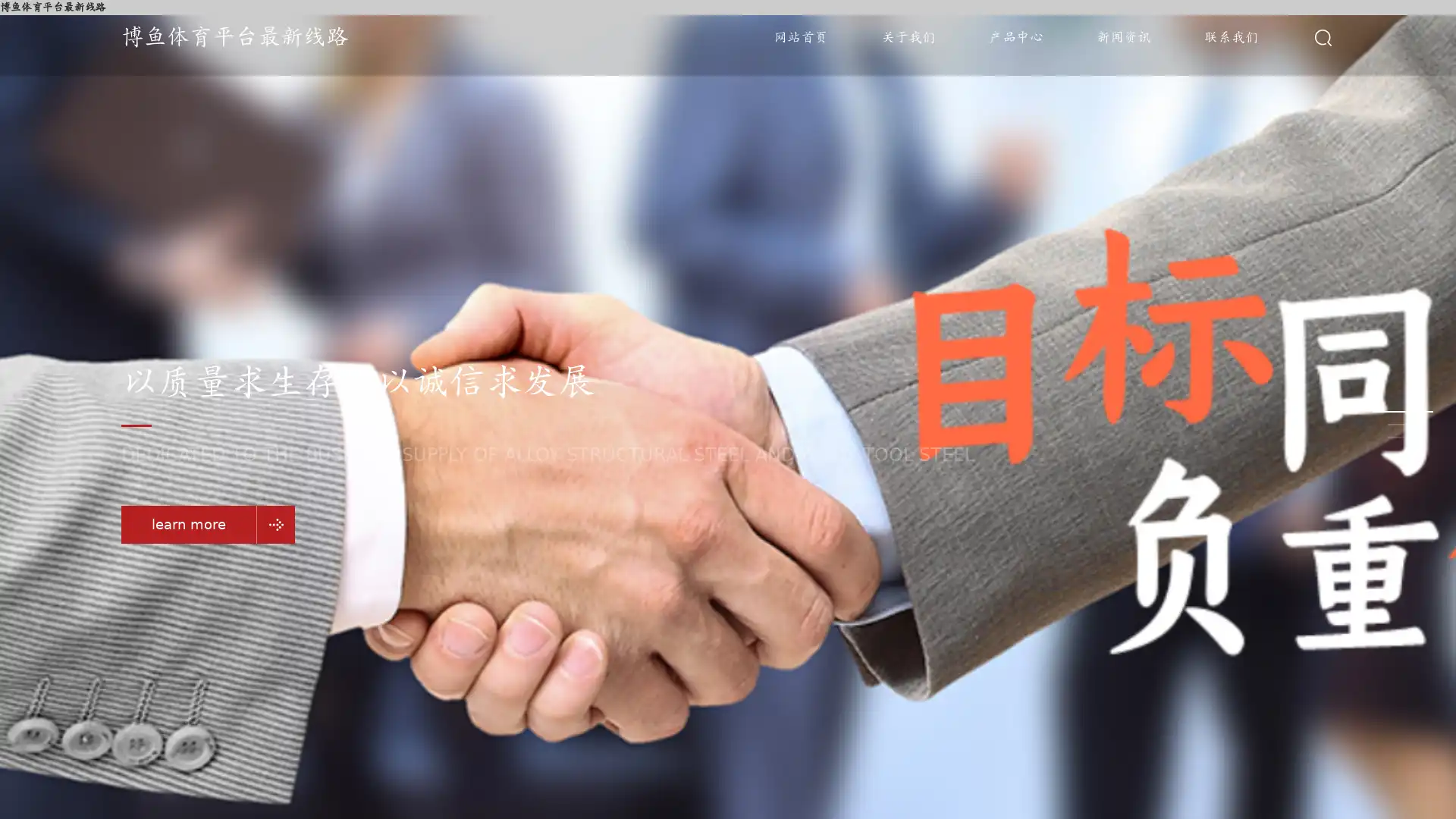  Describe the element at coordinates (1401, 412) in the screenshot. I see `Go to slide 1` at that location.